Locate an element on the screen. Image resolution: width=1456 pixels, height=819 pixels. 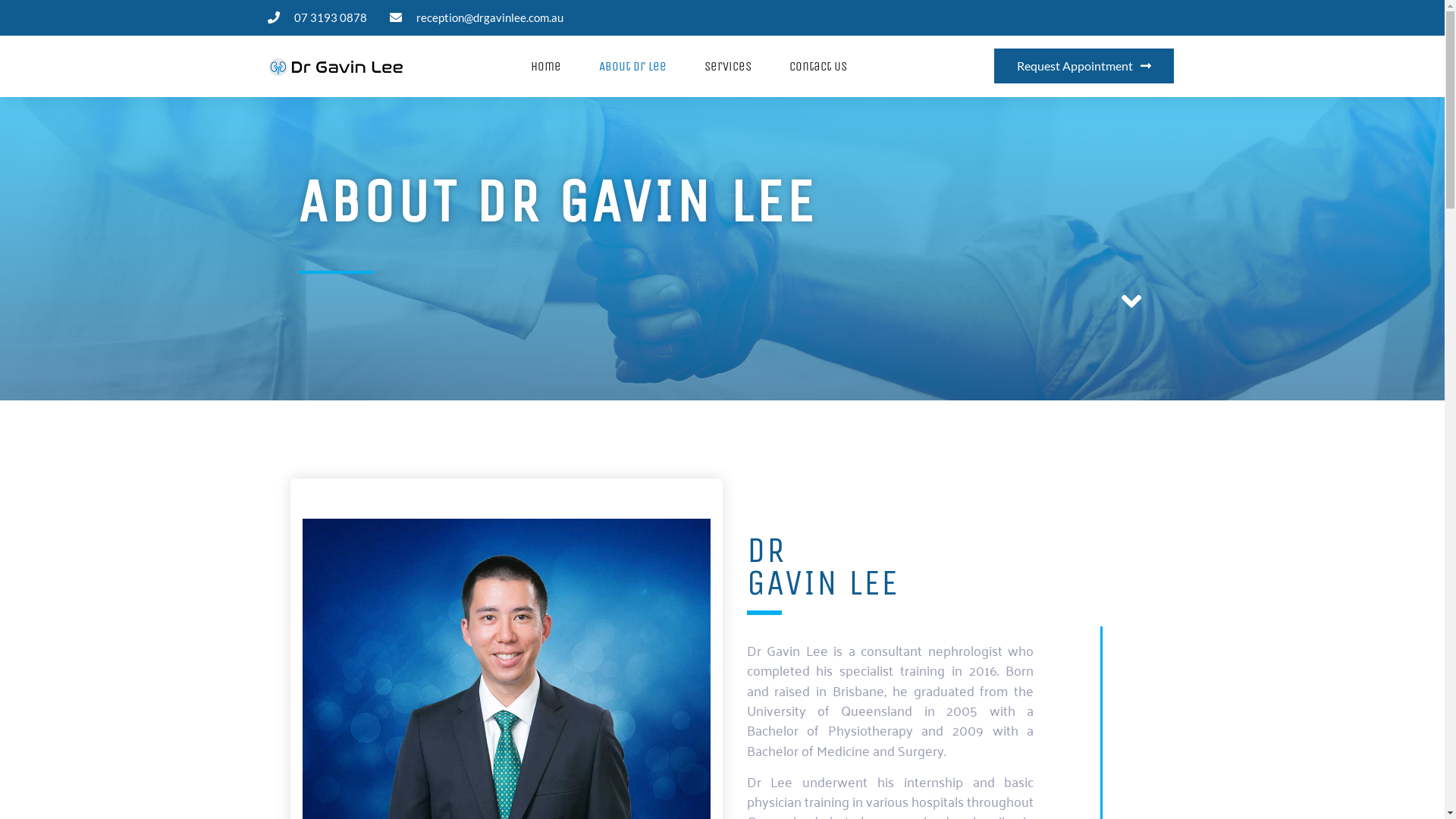
'Request Appointment' is located at coordinates (1083, 65).